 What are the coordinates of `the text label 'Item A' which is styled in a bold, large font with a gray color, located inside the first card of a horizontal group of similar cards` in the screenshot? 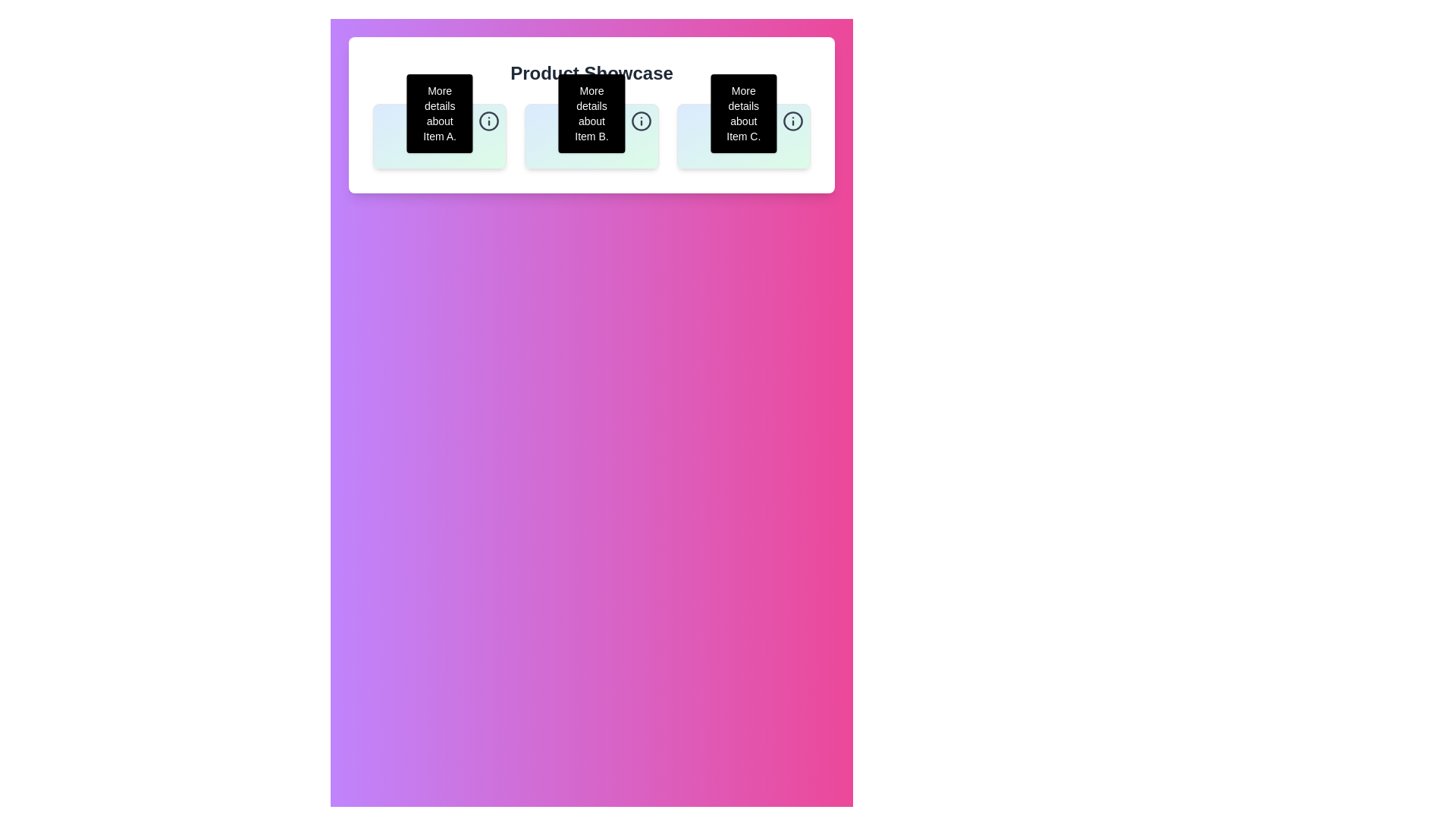 It's located at (439, 133).